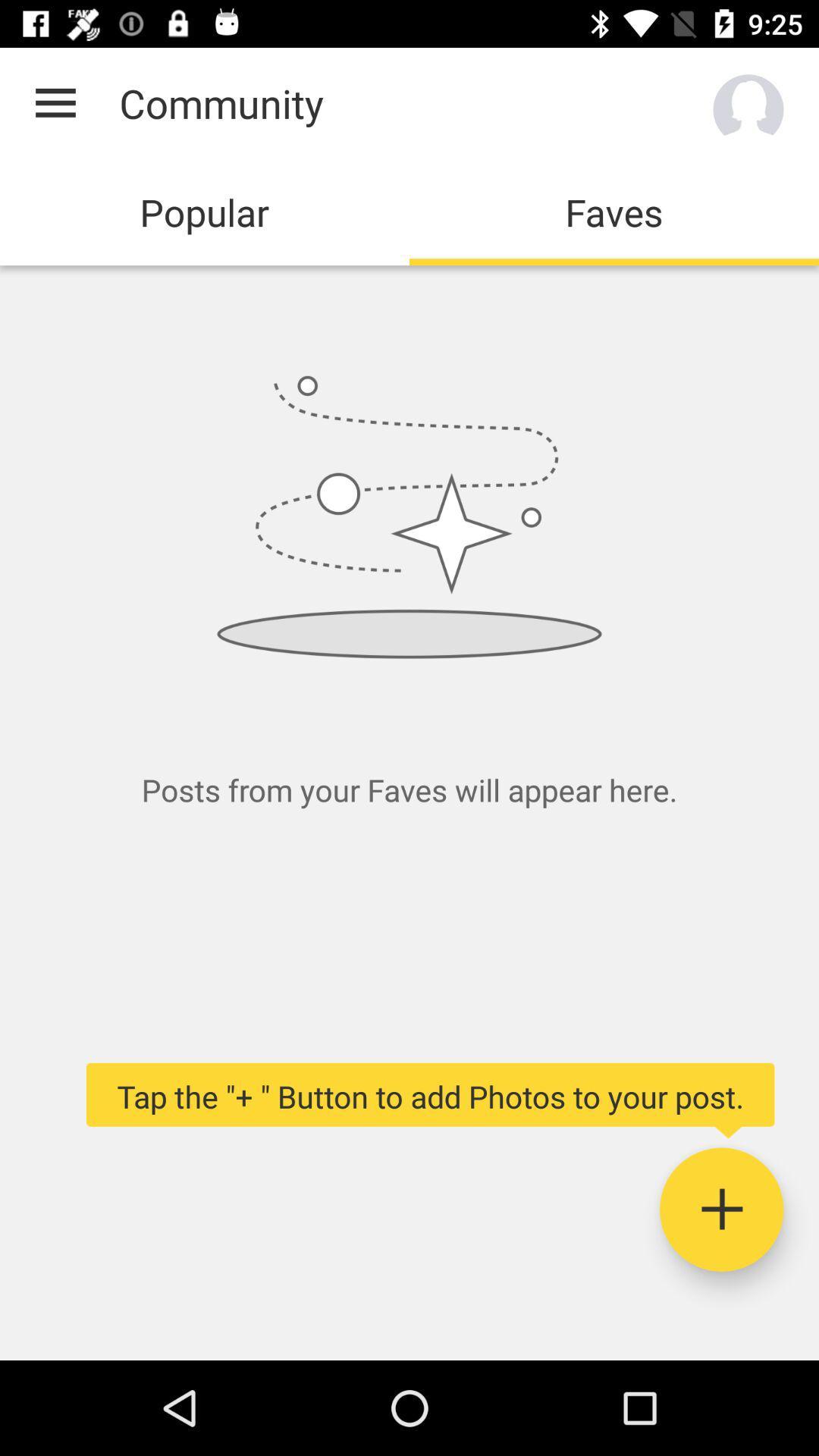  Describe the element at coordinates (720, 1209) in the screenshot. I see `the icon below tap the button` at that location.